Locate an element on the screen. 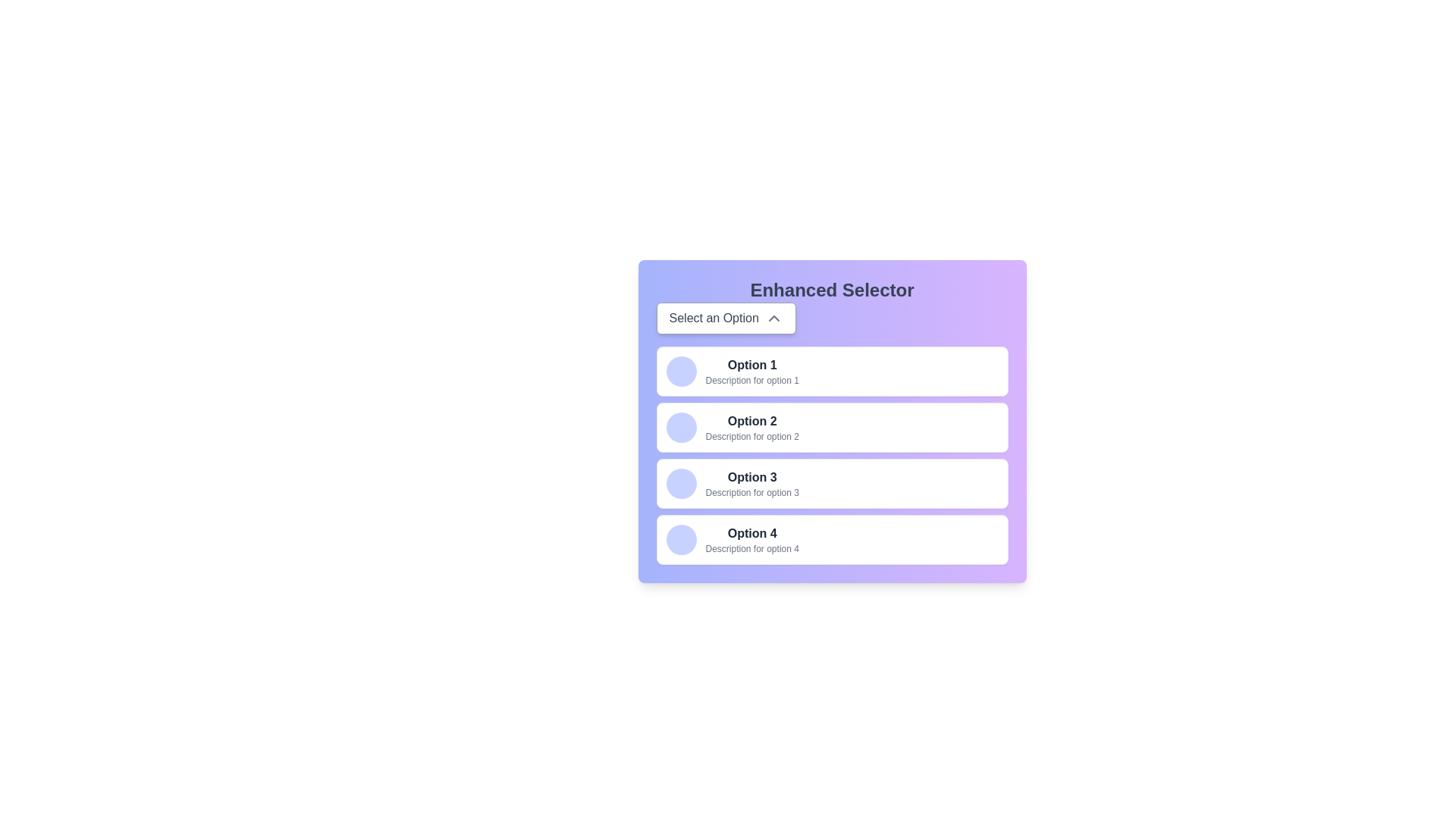 Image resolution: width=1456 pixels, height=819 pixels. the dropdown menu toggle button with the text 'Select an Option' located below the title 'Enhanced Selector' is located at coordinates (725, 318).